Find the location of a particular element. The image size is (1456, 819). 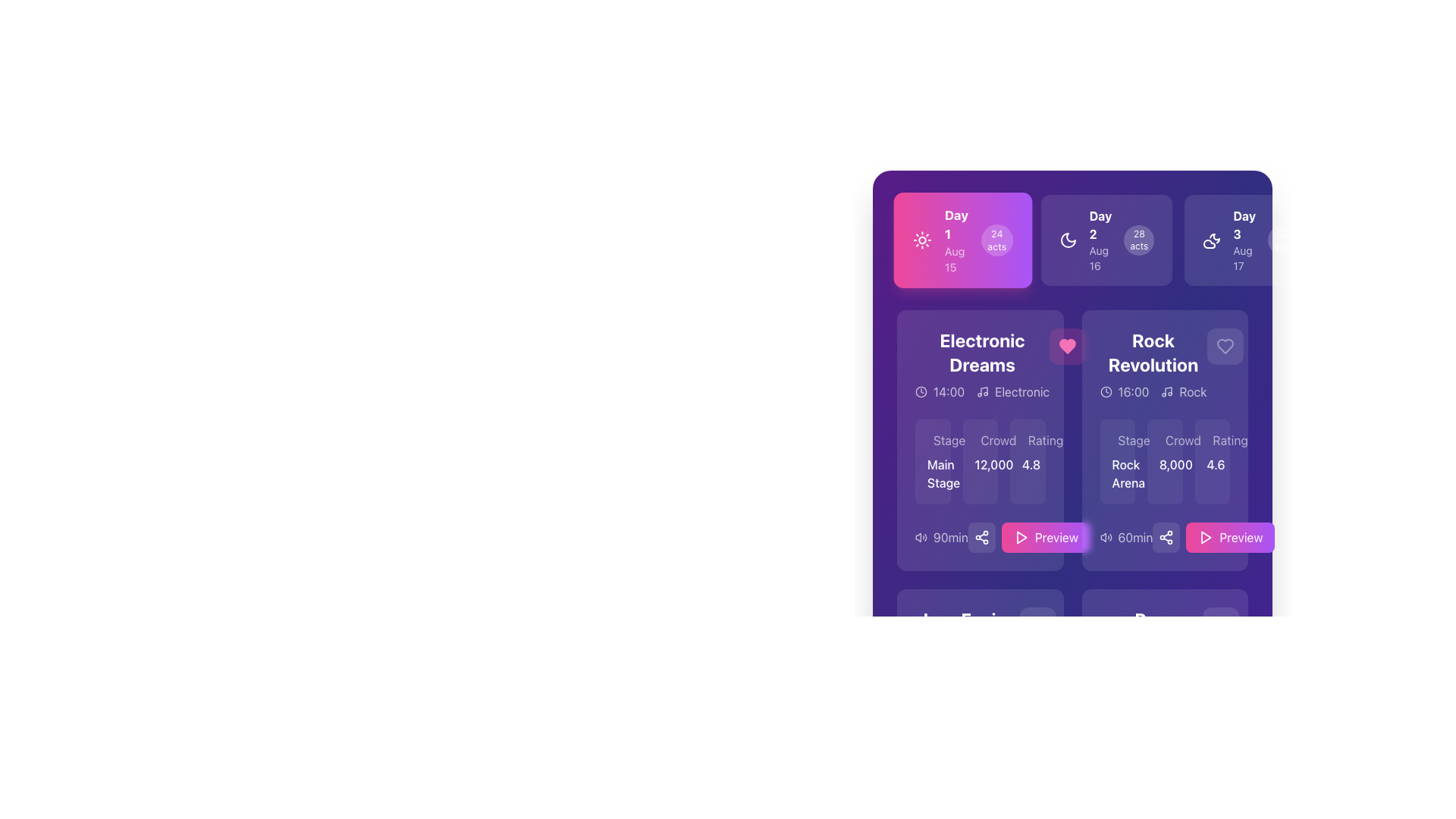

crowd count displayed in the Text display element with a purple background, specifically located in the second column of the card for the event 'Rock Revolution' is located at coordinates (1164, 461).